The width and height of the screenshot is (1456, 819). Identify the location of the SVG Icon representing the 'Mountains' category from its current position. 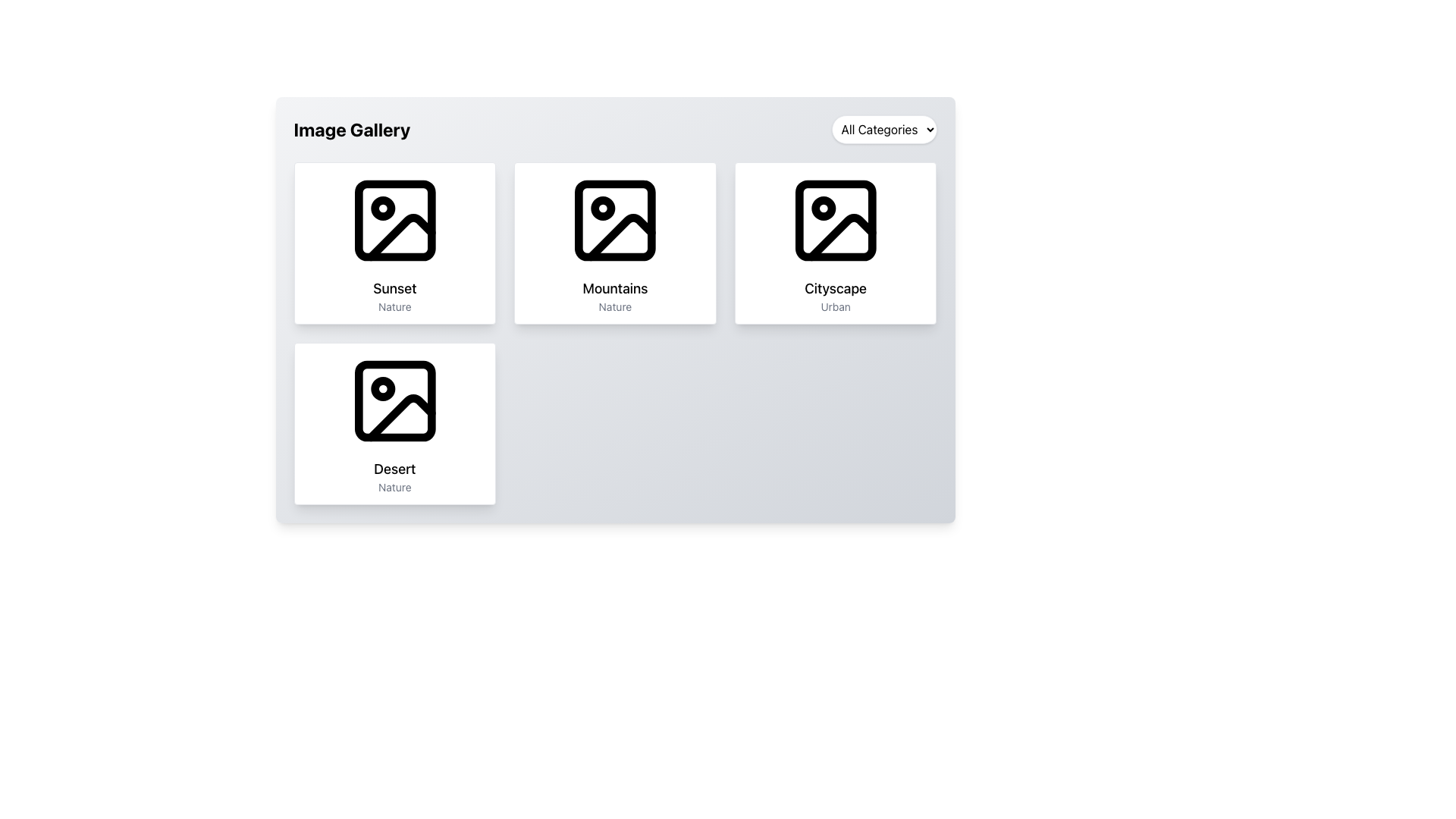
(615, 220).